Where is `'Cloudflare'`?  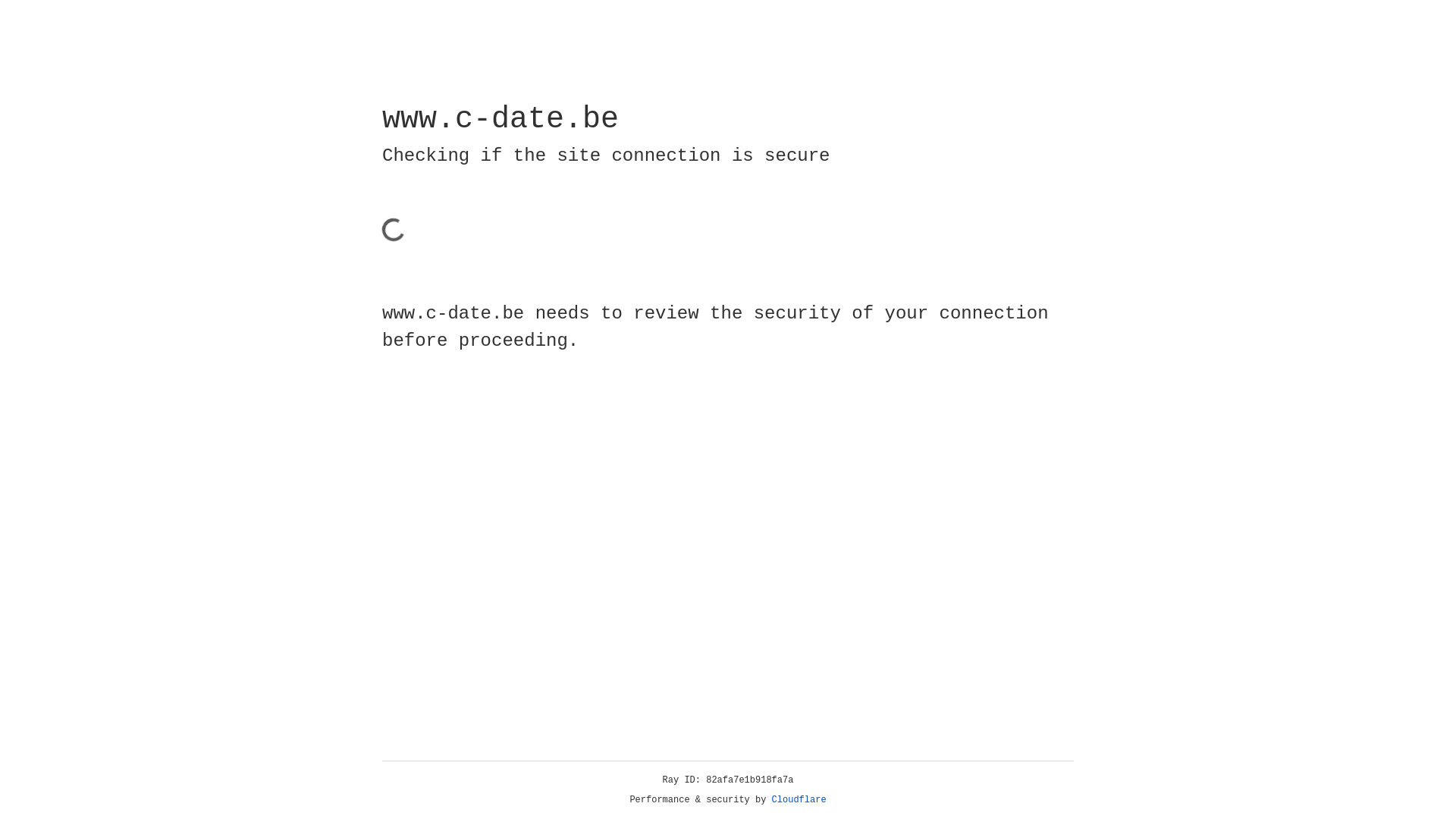 'Cloudflare' is located at coordinates (771, 799).